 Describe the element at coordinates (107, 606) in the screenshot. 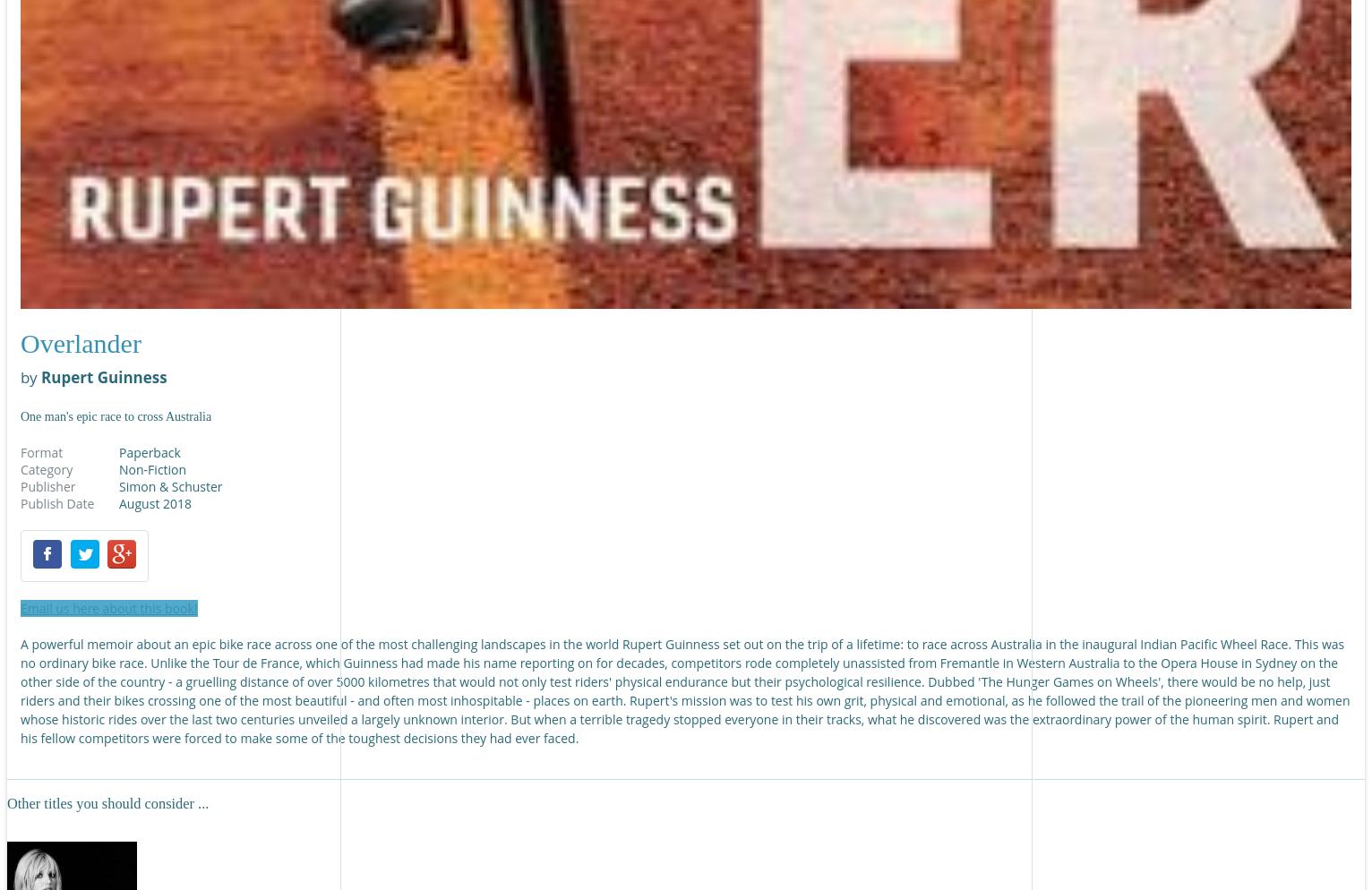

I see `'Email us here about this book!'` at that location.